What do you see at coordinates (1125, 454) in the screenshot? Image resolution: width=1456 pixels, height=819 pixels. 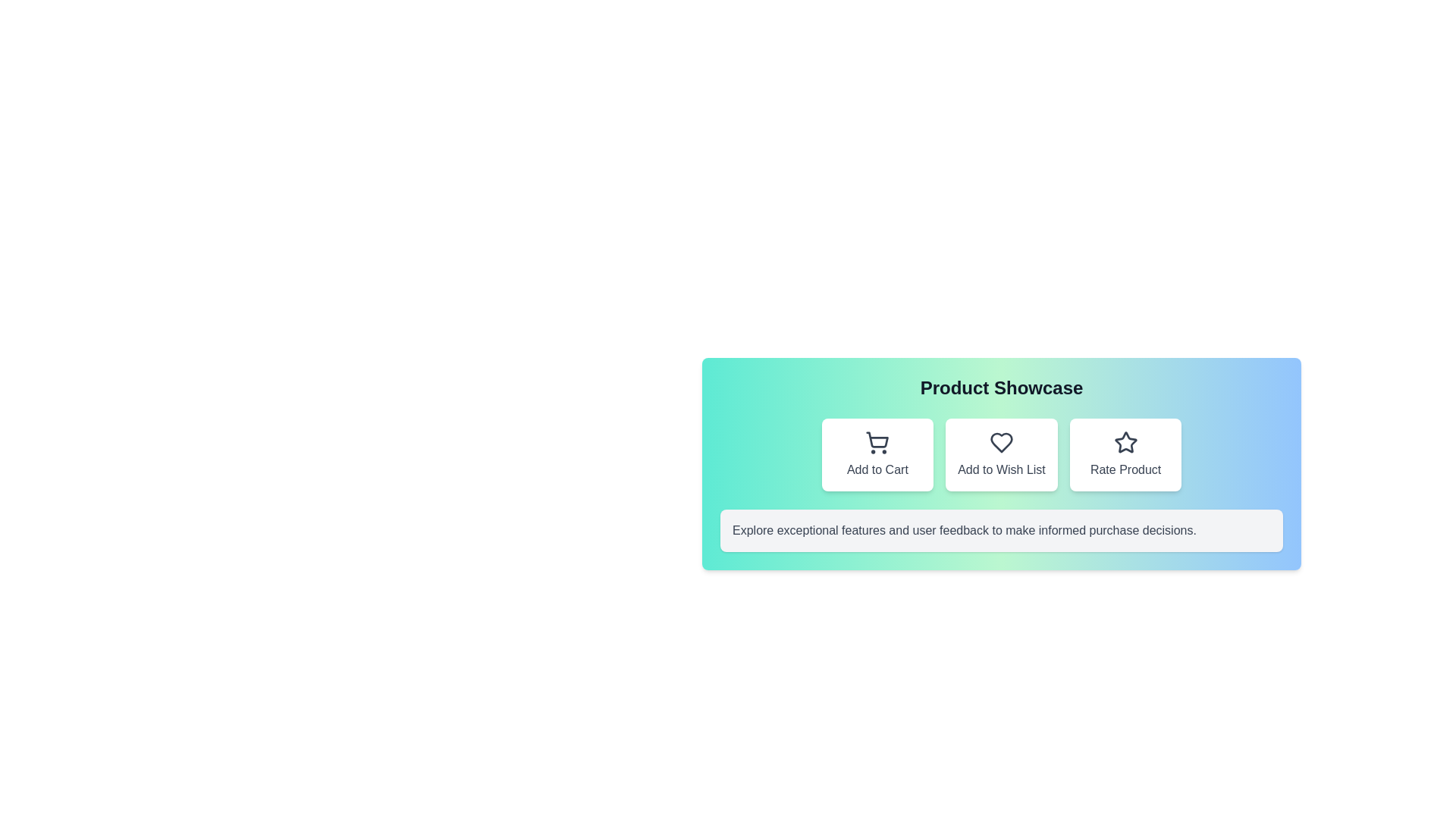 I see `the rating button located at the rightmost position of a row of three buttons, which is styled as a three-column grid, to trigger hover effects` at bounding box center [1125, 454].